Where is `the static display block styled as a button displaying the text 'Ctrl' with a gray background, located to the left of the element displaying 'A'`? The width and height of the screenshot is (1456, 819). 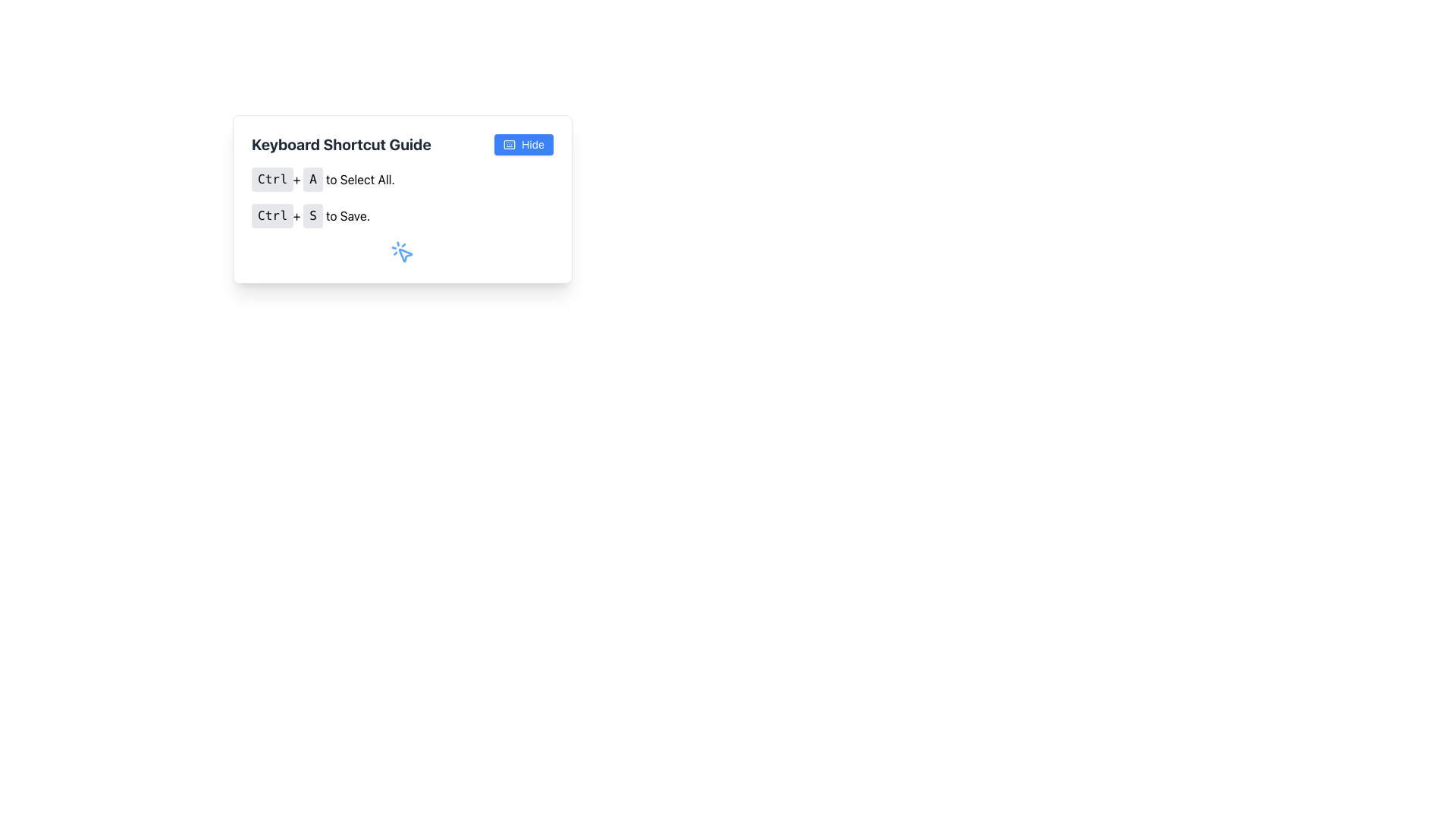 the static display block styled as a button displaying the text 'Ctrl' with a gray background, located to the left of the element displaying 'A' is located at coordinates (272, 178).